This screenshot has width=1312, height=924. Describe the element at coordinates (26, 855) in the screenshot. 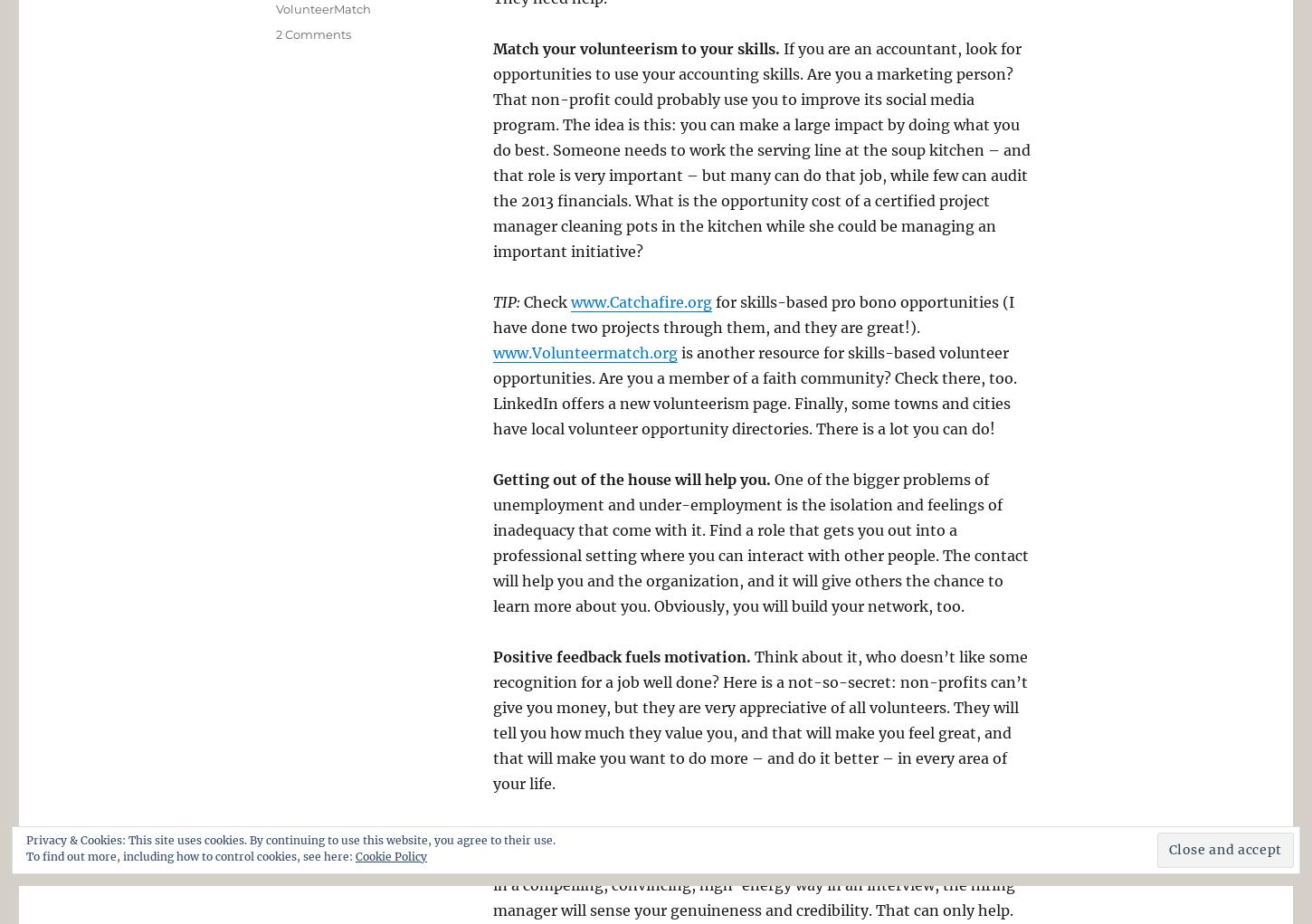

I see `'To find out more, including how to control cookies, see here:'` at that location.